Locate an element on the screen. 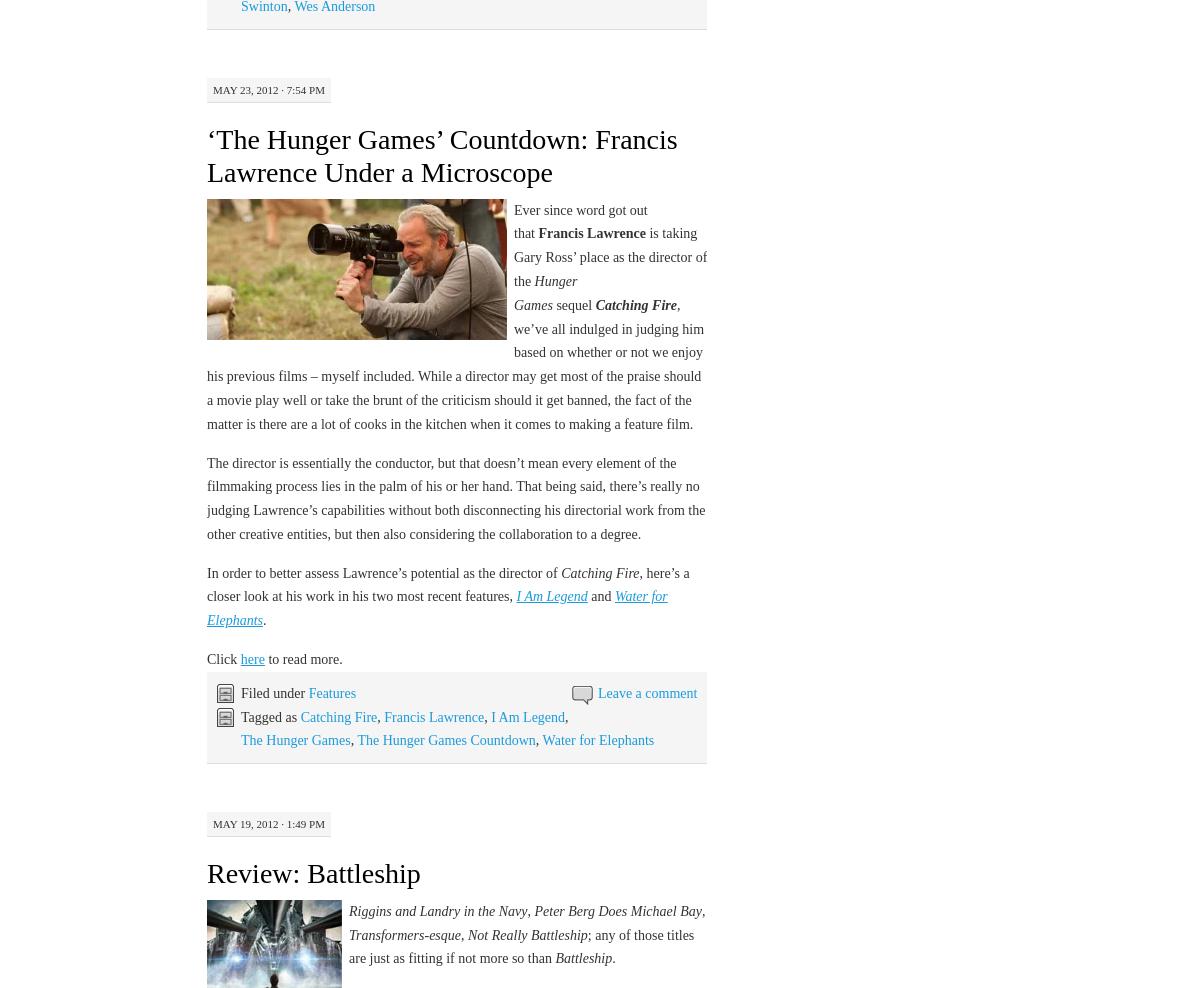  'to read more.' is located at coordinates (301, 658).